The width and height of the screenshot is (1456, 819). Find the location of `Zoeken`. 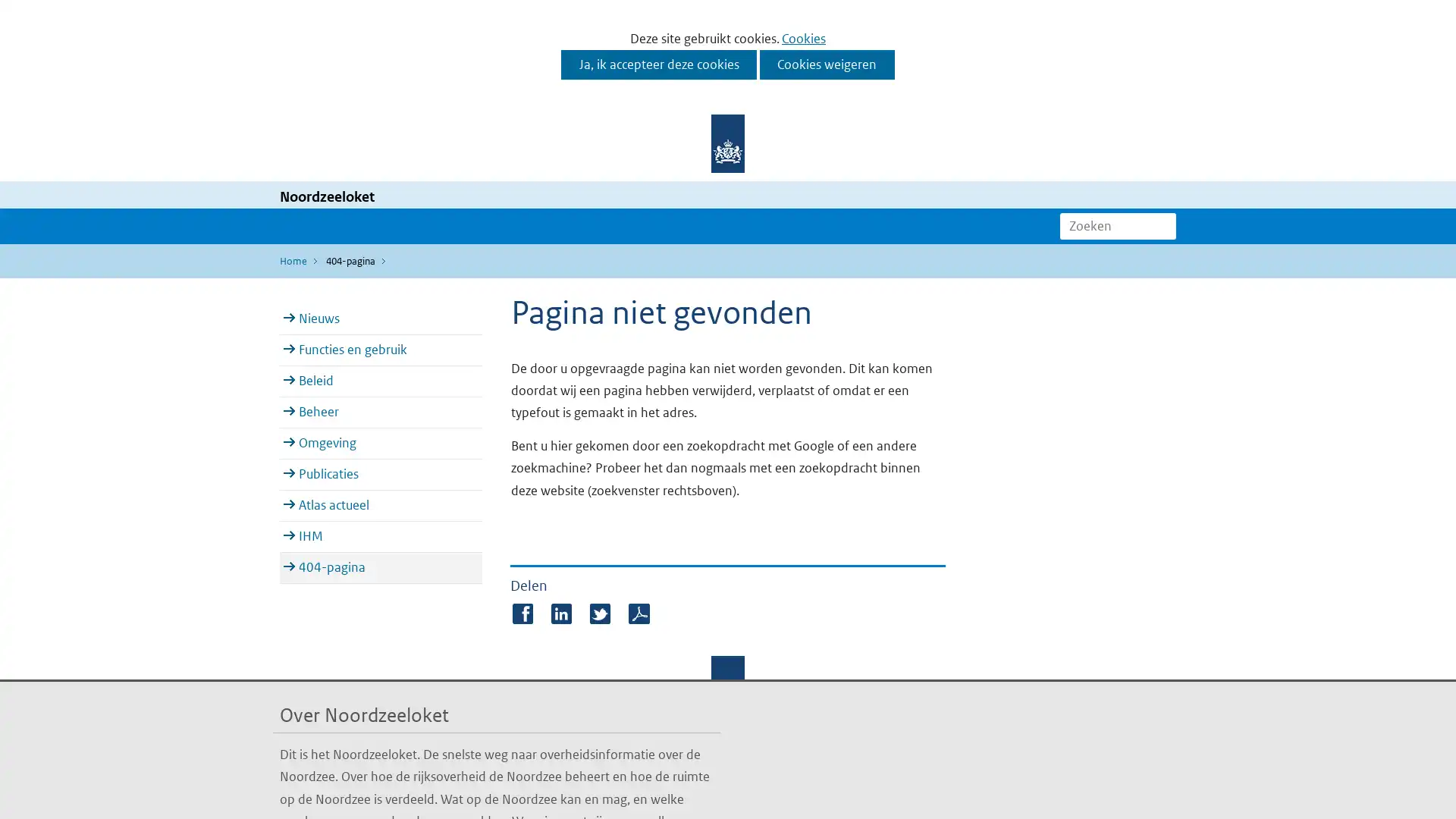

Zoeken is located at coordinates (1163, 225).